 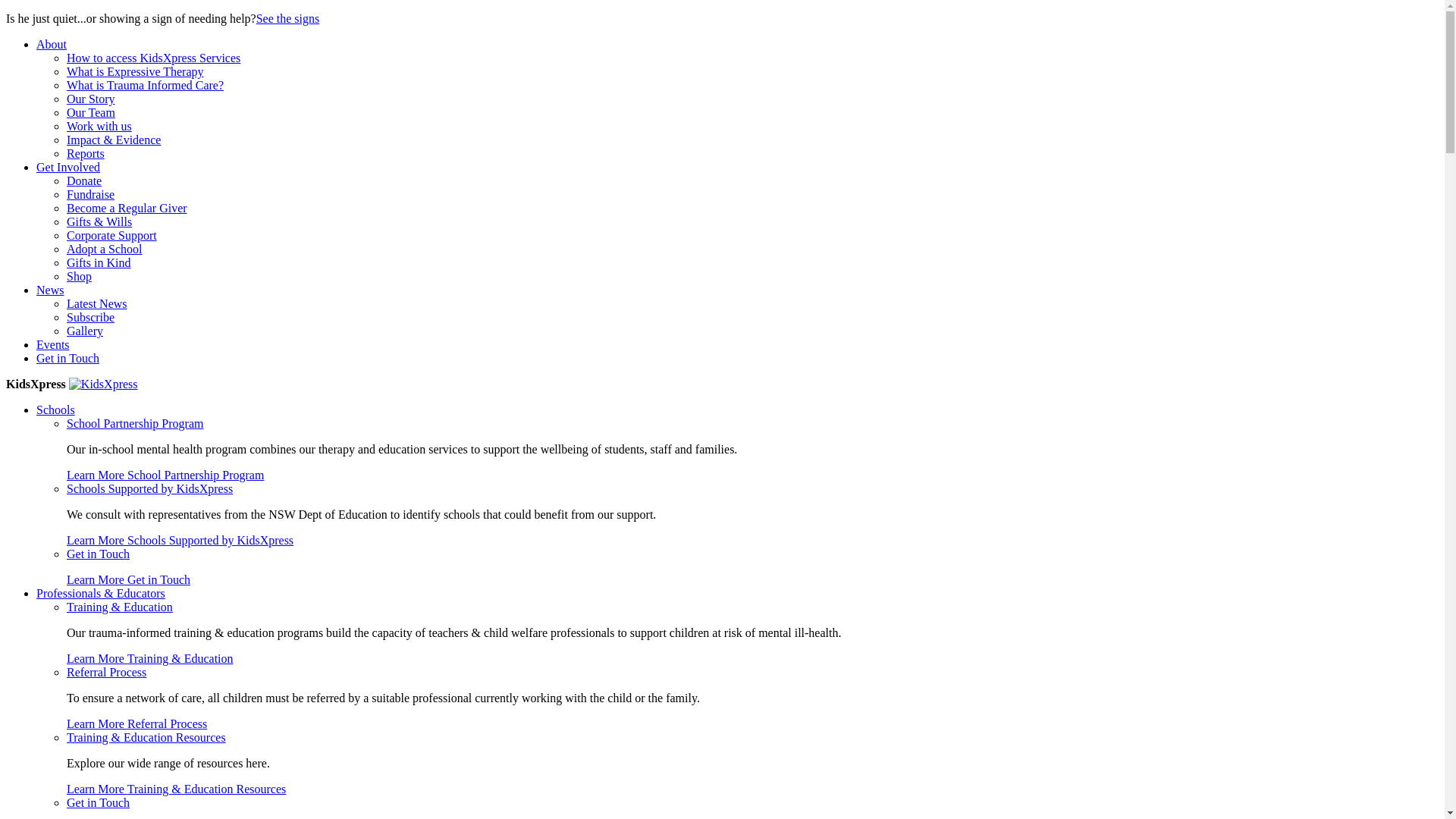 I want to click on 'Fundraise', so click(x=89, y=193).